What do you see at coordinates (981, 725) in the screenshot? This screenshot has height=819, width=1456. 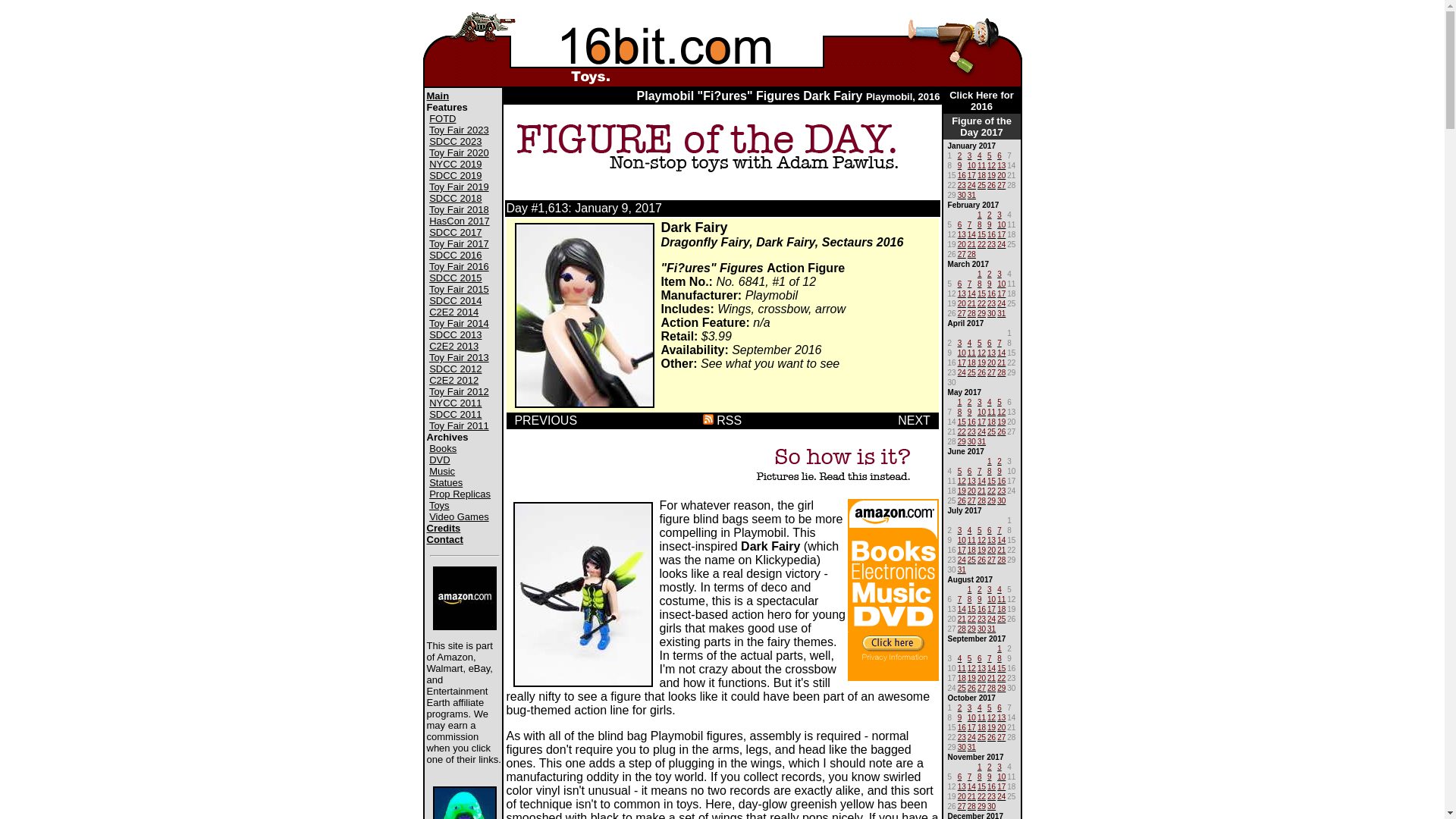 I see `'18'` at bounding box center [981, 725].